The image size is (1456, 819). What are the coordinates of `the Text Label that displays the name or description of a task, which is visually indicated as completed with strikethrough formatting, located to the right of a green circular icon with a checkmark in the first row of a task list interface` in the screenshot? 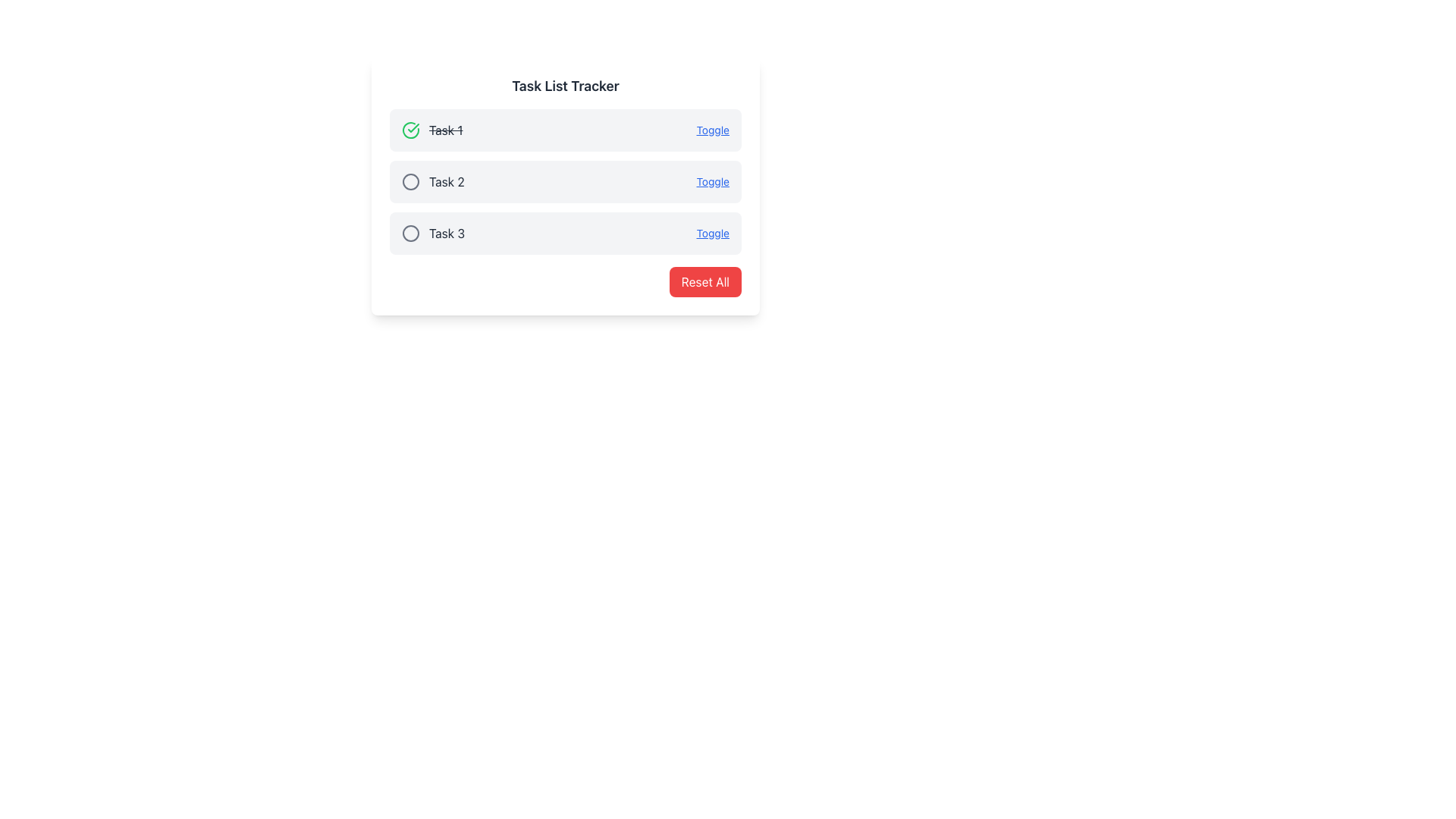 It's located at (445, 130).